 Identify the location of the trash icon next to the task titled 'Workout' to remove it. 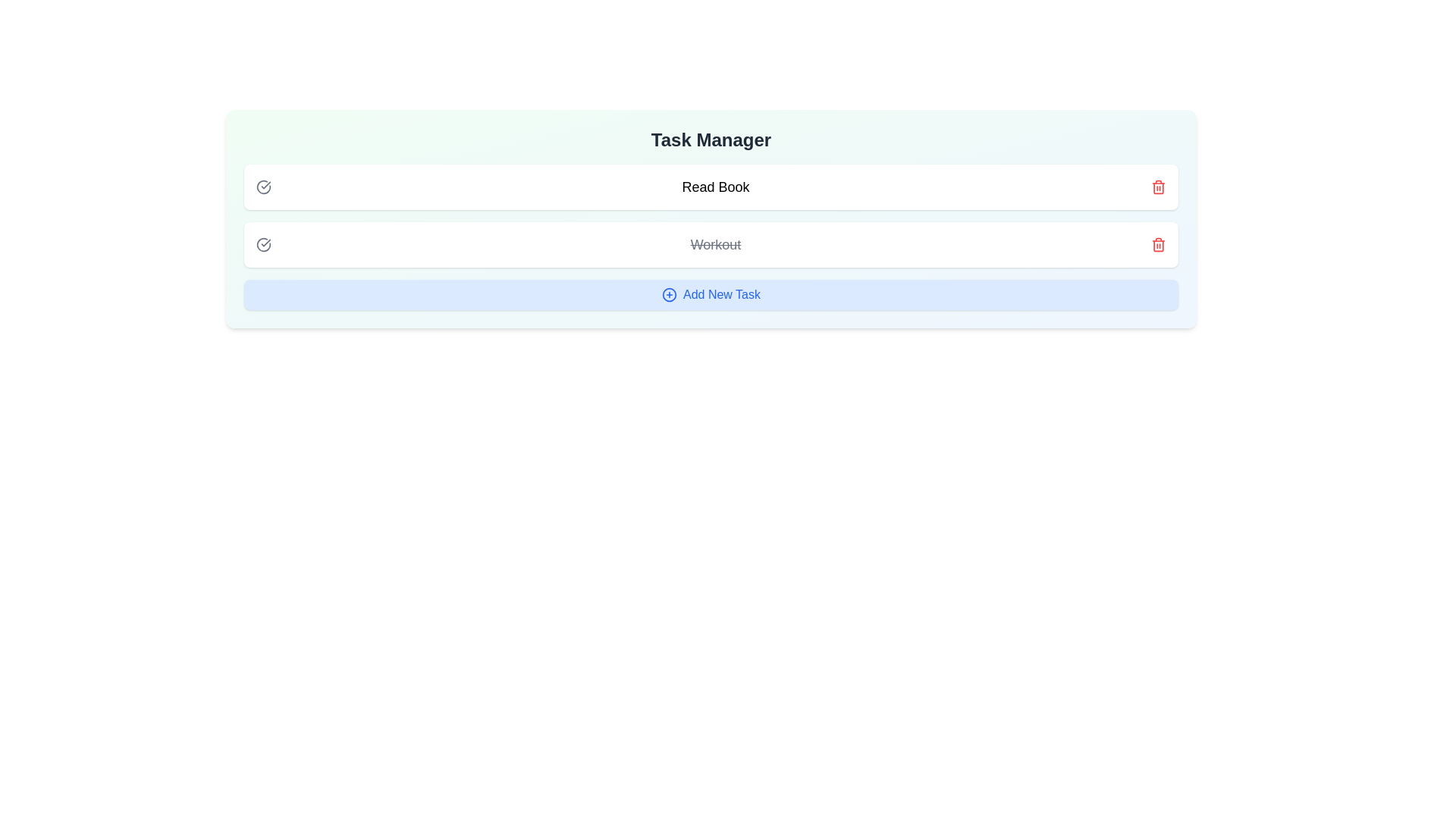
(1157, 244).